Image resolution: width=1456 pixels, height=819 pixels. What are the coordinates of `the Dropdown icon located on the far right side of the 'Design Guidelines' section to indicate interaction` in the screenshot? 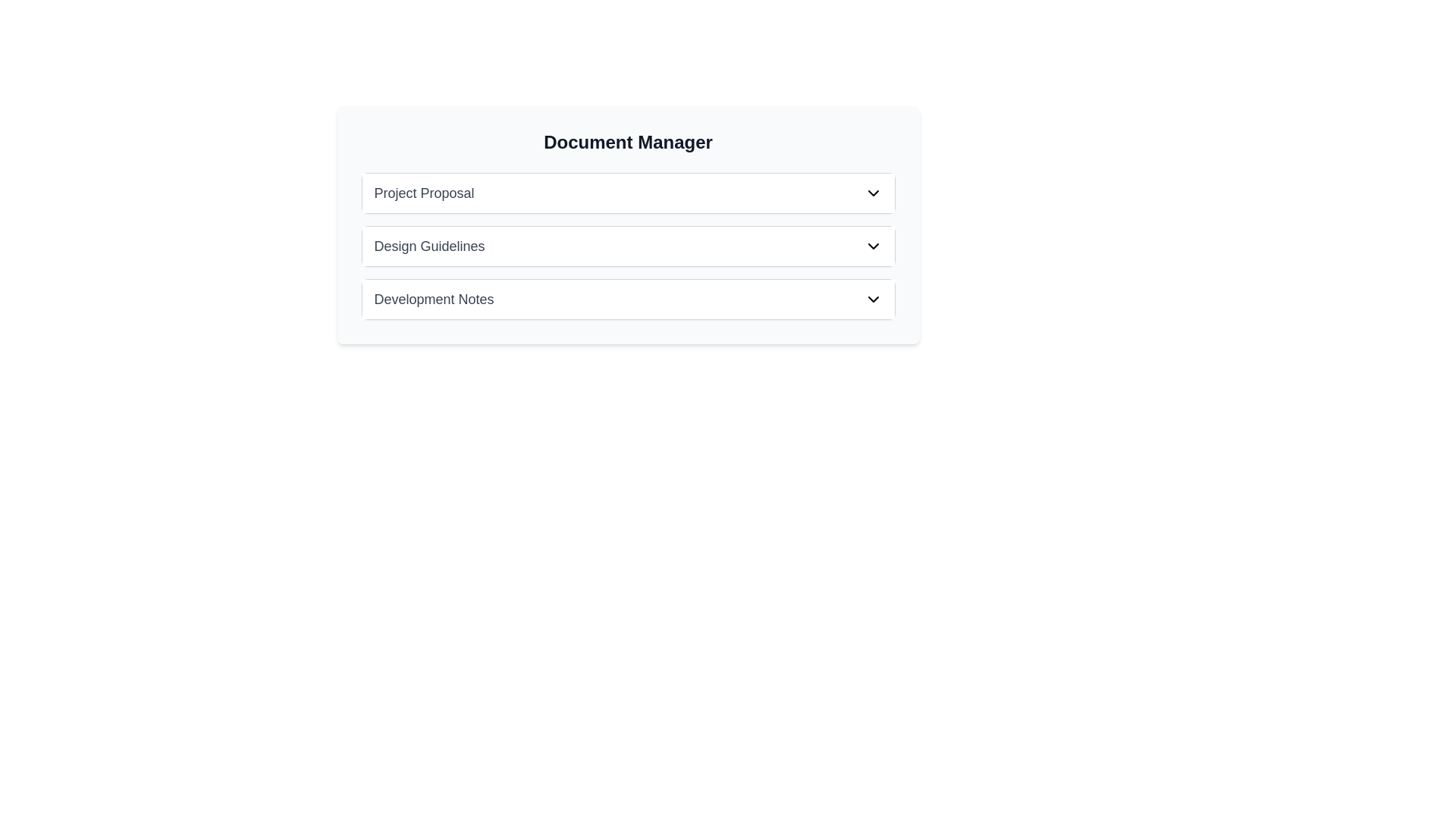 It's located at (873, 245).